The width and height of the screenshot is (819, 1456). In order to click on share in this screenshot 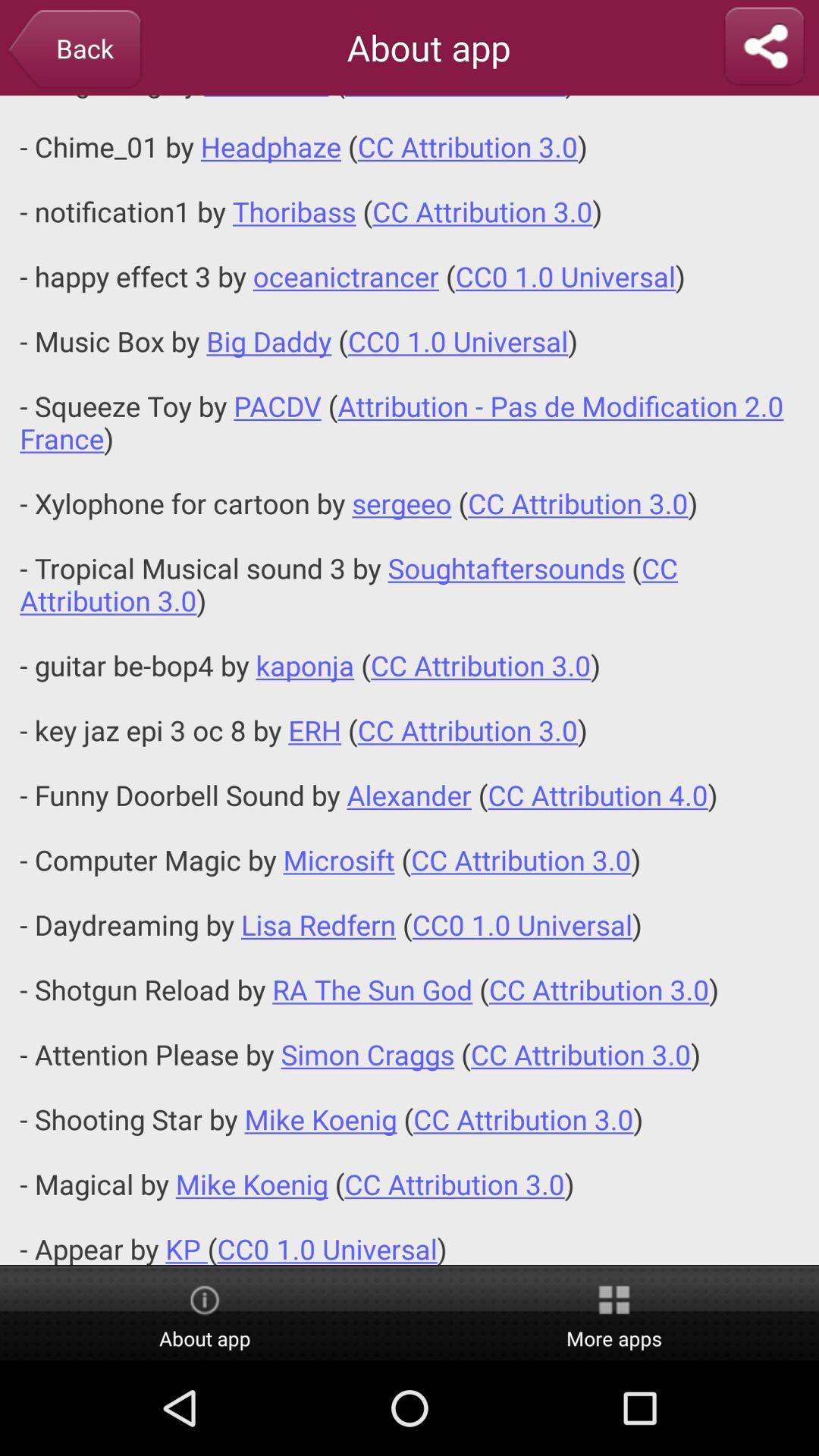, I will do `click(764, 47)`.